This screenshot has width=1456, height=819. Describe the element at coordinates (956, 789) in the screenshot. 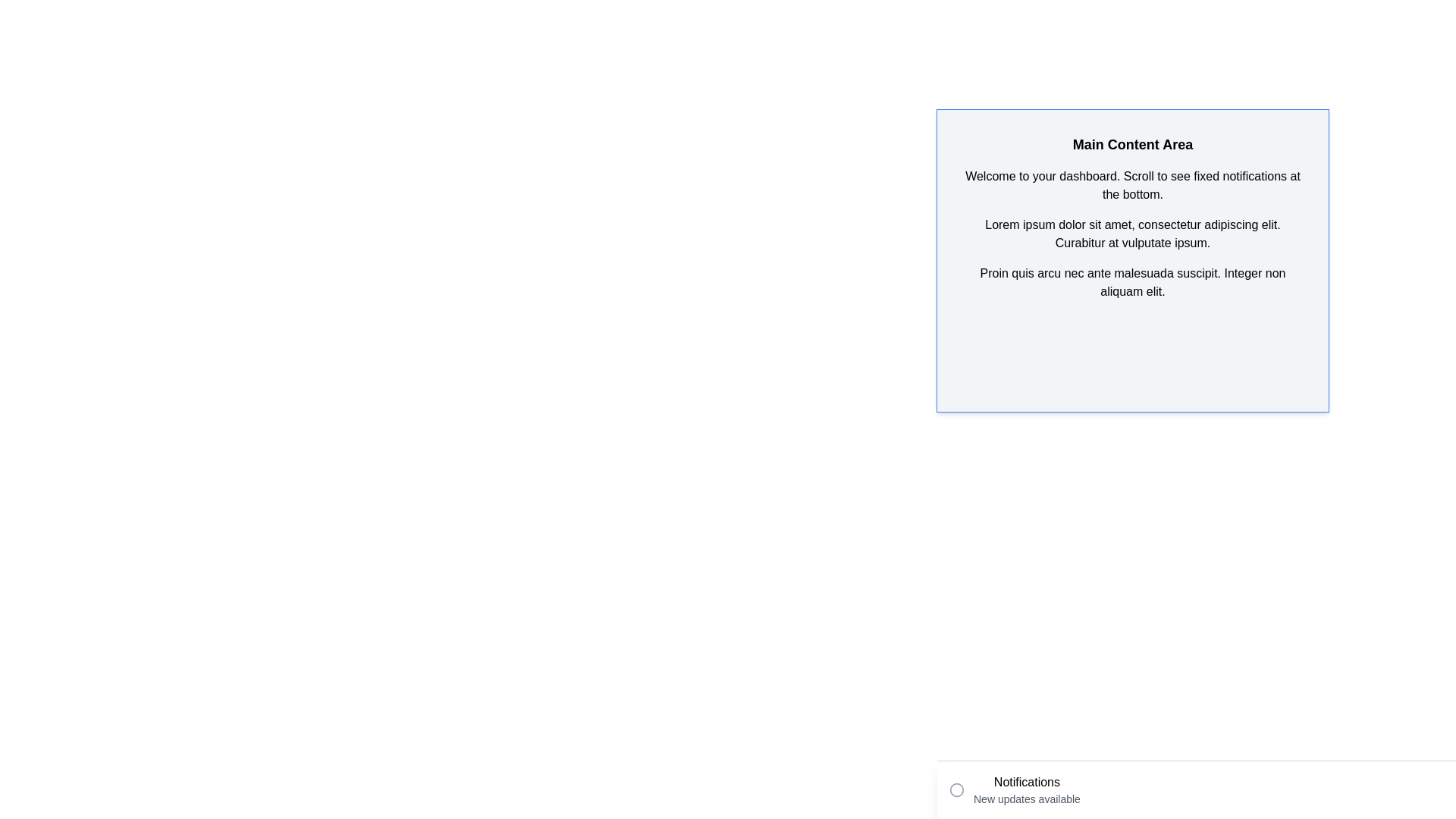

I see `the circular outline icon with a gray stroke color located to the left of the text segment 'Notifications New updates available'` at that location.